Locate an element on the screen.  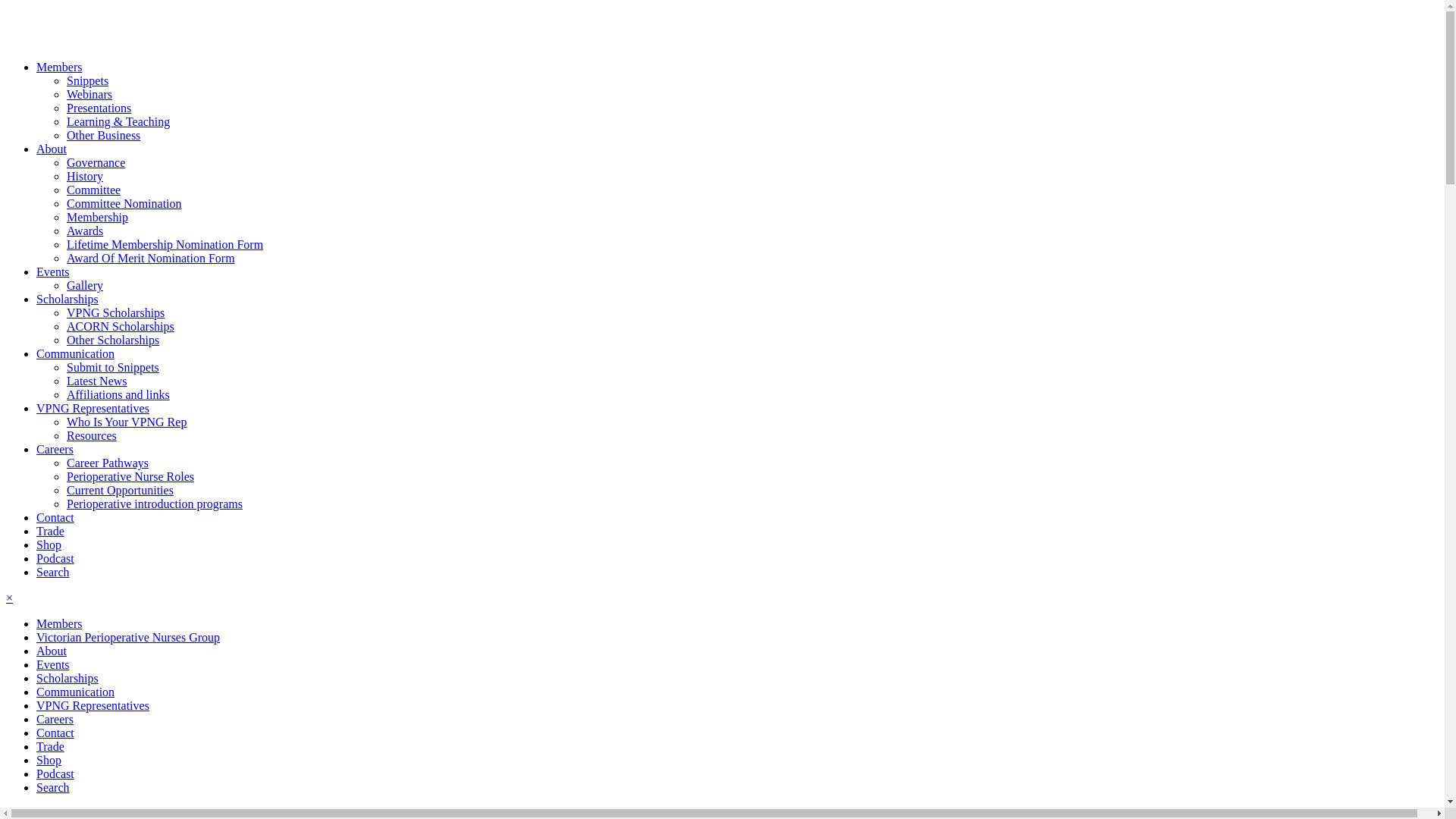
'VPNG Representatives' is located at coordinates (36, 705).